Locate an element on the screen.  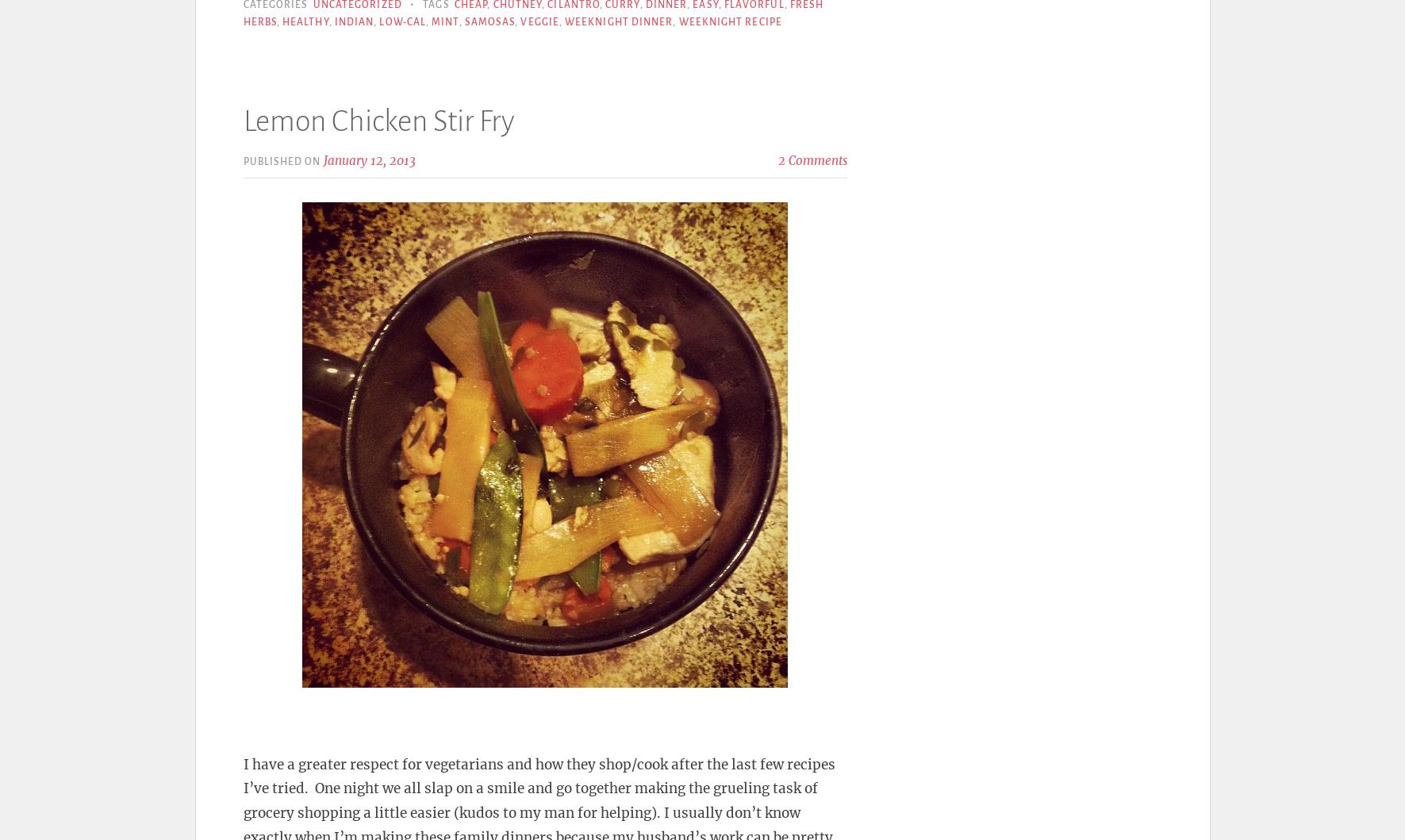
'January 12, 2013' is located at coordinates (322, 159).